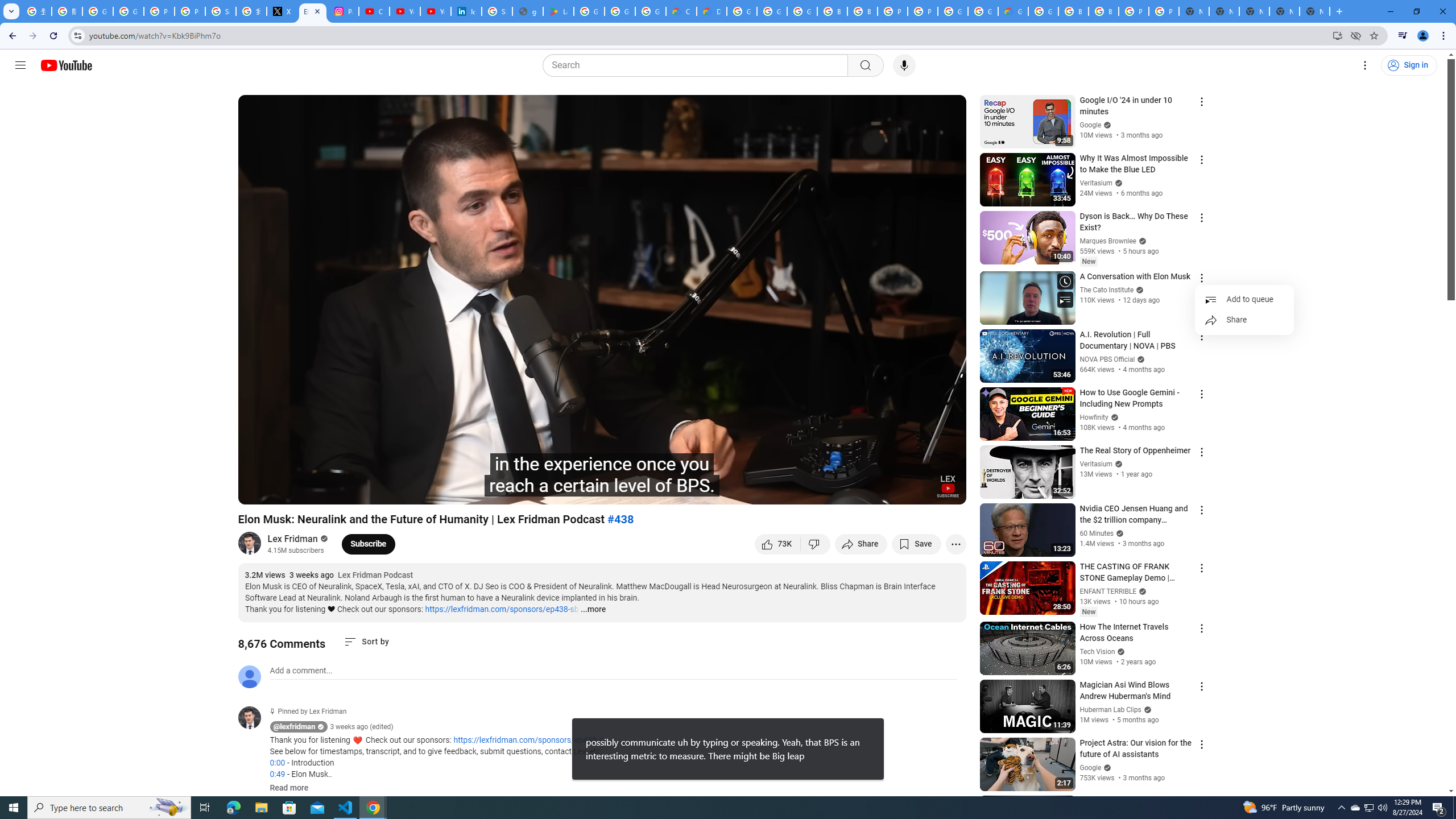  What do you see at coordinates (816, 543) in the screenshot?
I see `'Dislike this video'` at bounding box center [816, 543].